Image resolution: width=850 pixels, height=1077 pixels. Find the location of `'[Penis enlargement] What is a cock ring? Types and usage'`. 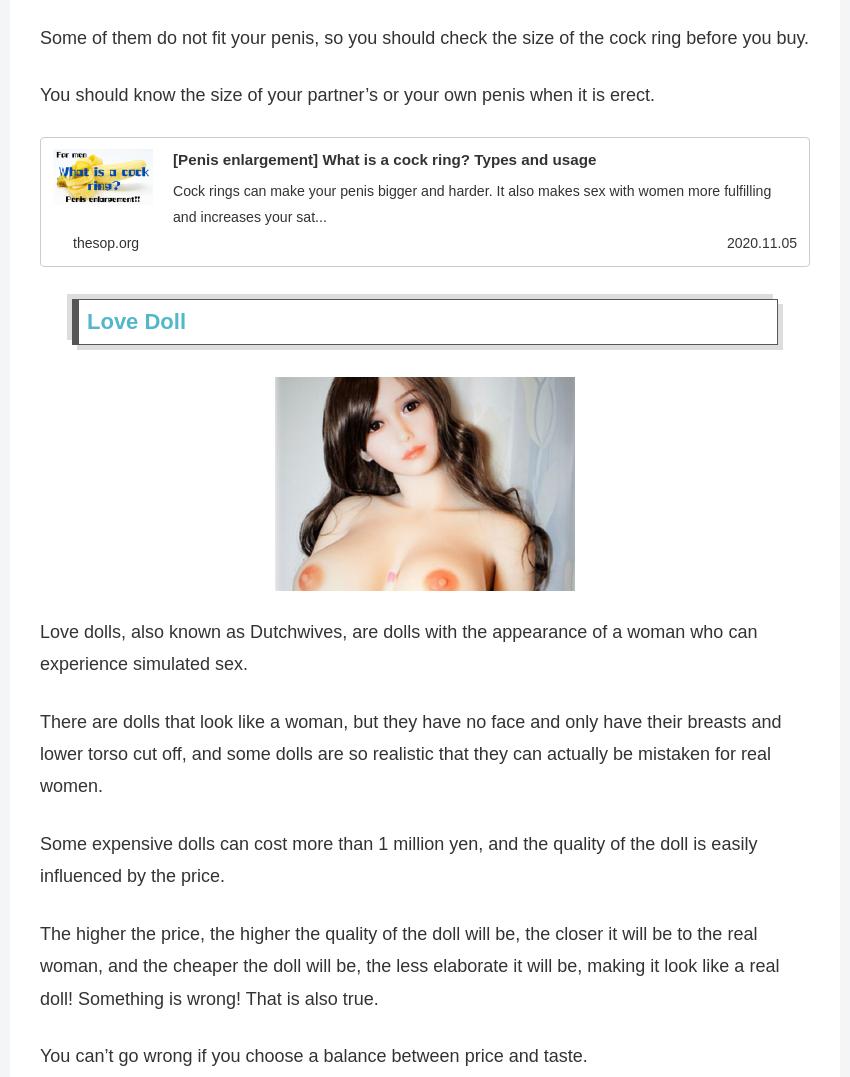

'[Penis enlargement] What is a cock ring? Types and usage' is located at coordinates (384, 161).